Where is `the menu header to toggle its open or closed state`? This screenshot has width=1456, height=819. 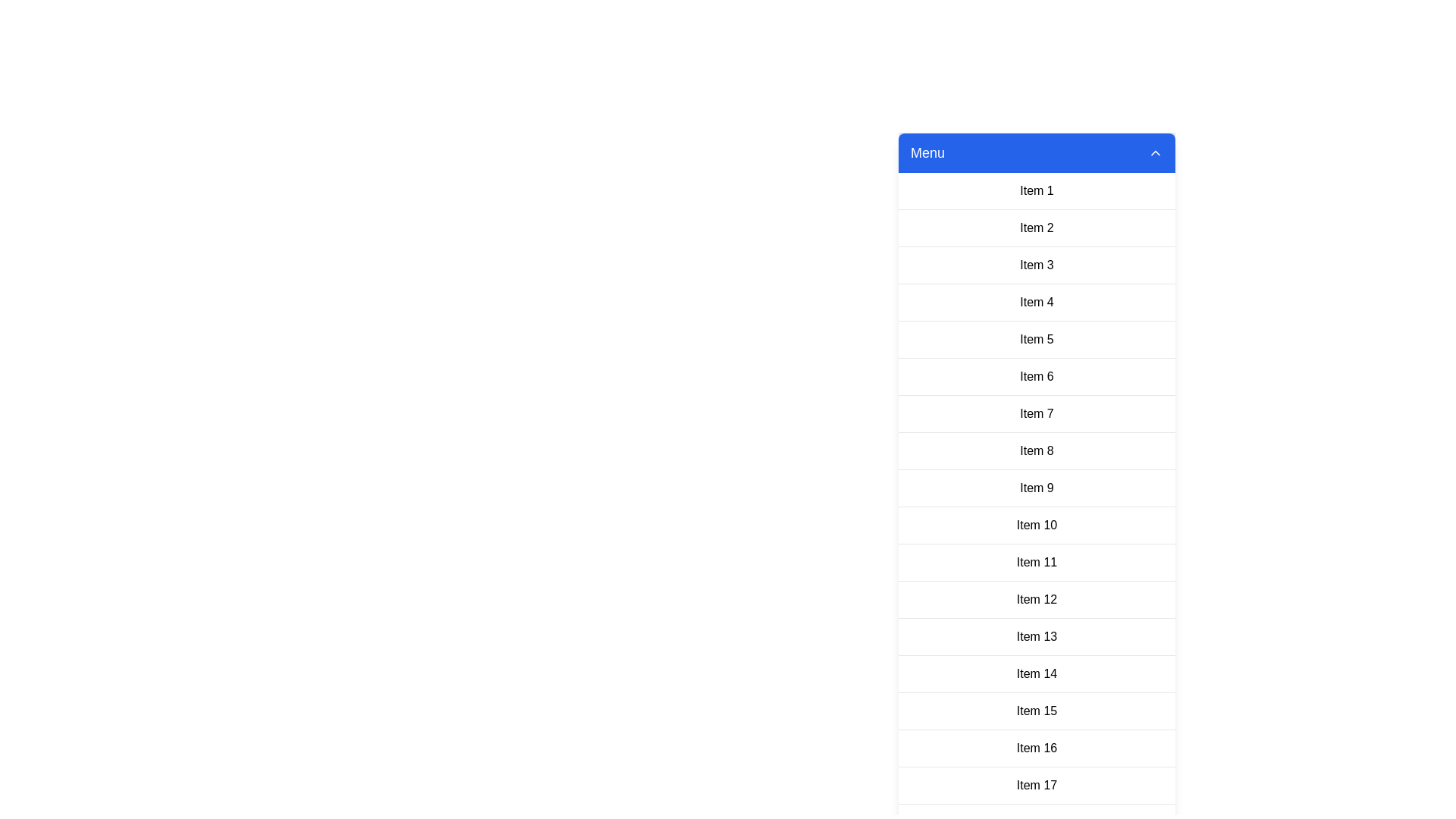 the menu header to toggle its open or closed state is located at coordinates (1036, 152).